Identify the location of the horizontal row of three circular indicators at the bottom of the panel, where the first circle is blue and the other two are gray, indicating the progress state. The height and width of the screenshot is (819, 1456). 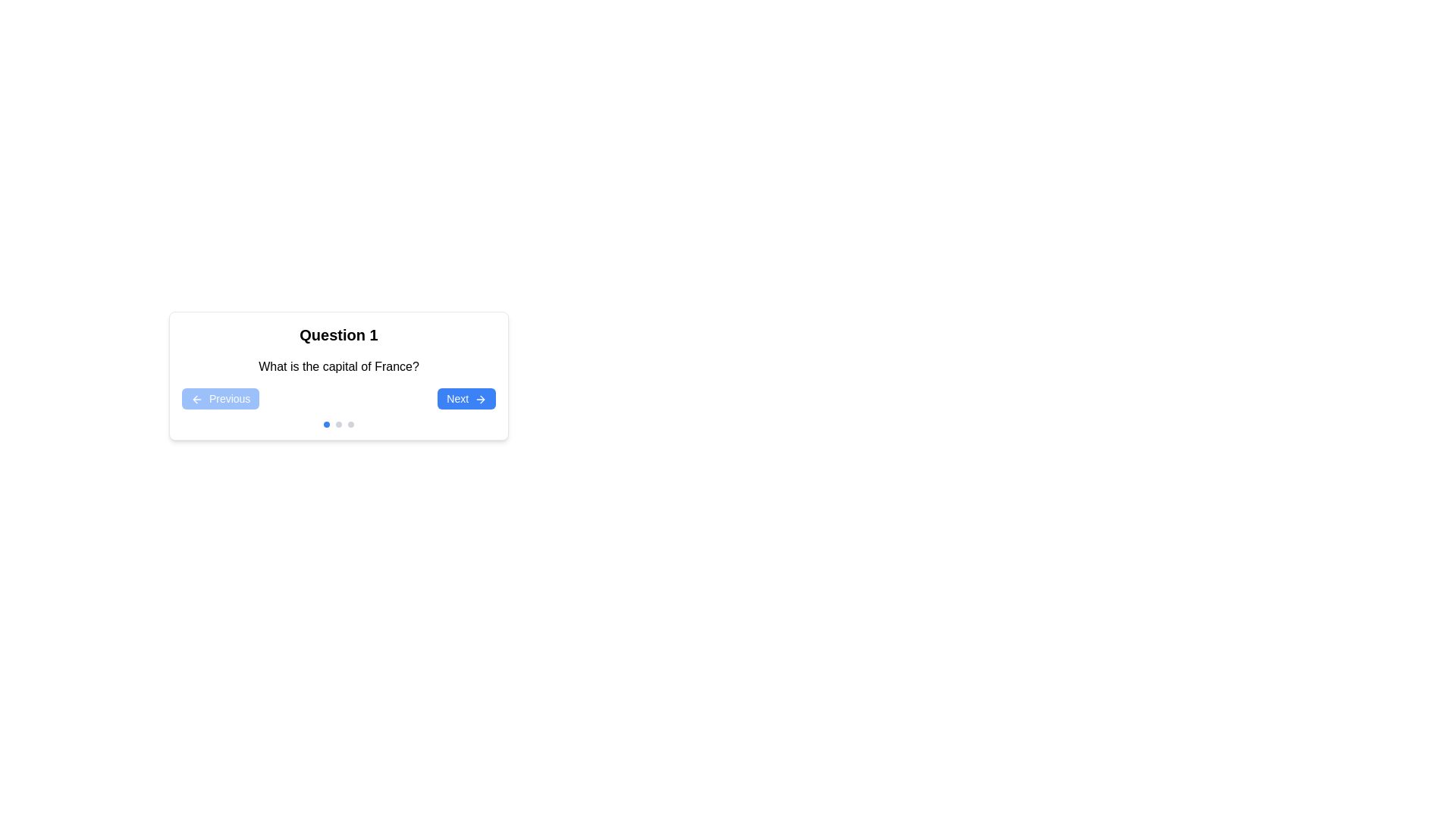
(337, 424).